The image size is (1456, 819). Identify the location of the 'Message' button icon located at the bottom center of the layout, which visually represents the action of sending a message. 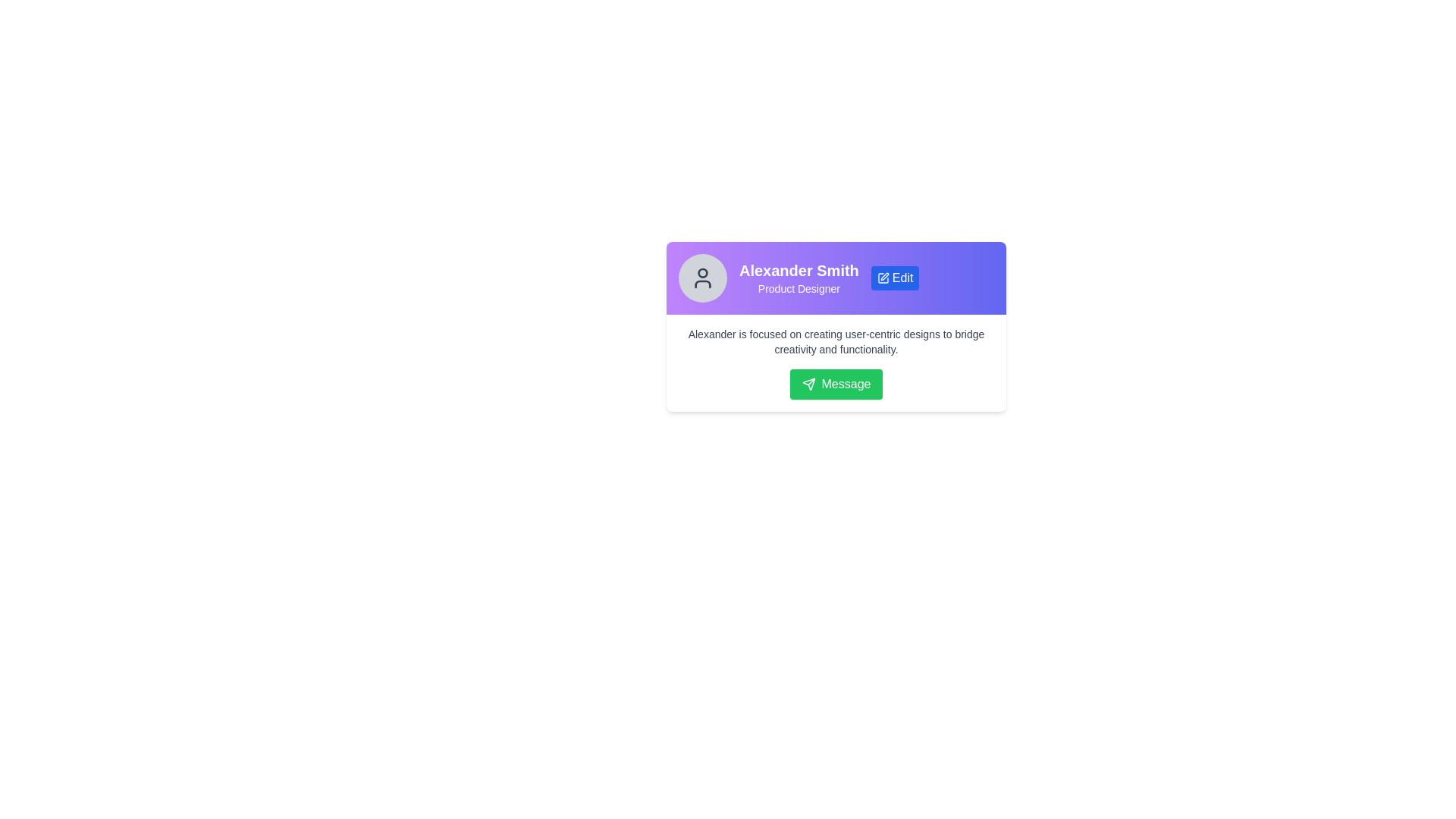
(807, 382).